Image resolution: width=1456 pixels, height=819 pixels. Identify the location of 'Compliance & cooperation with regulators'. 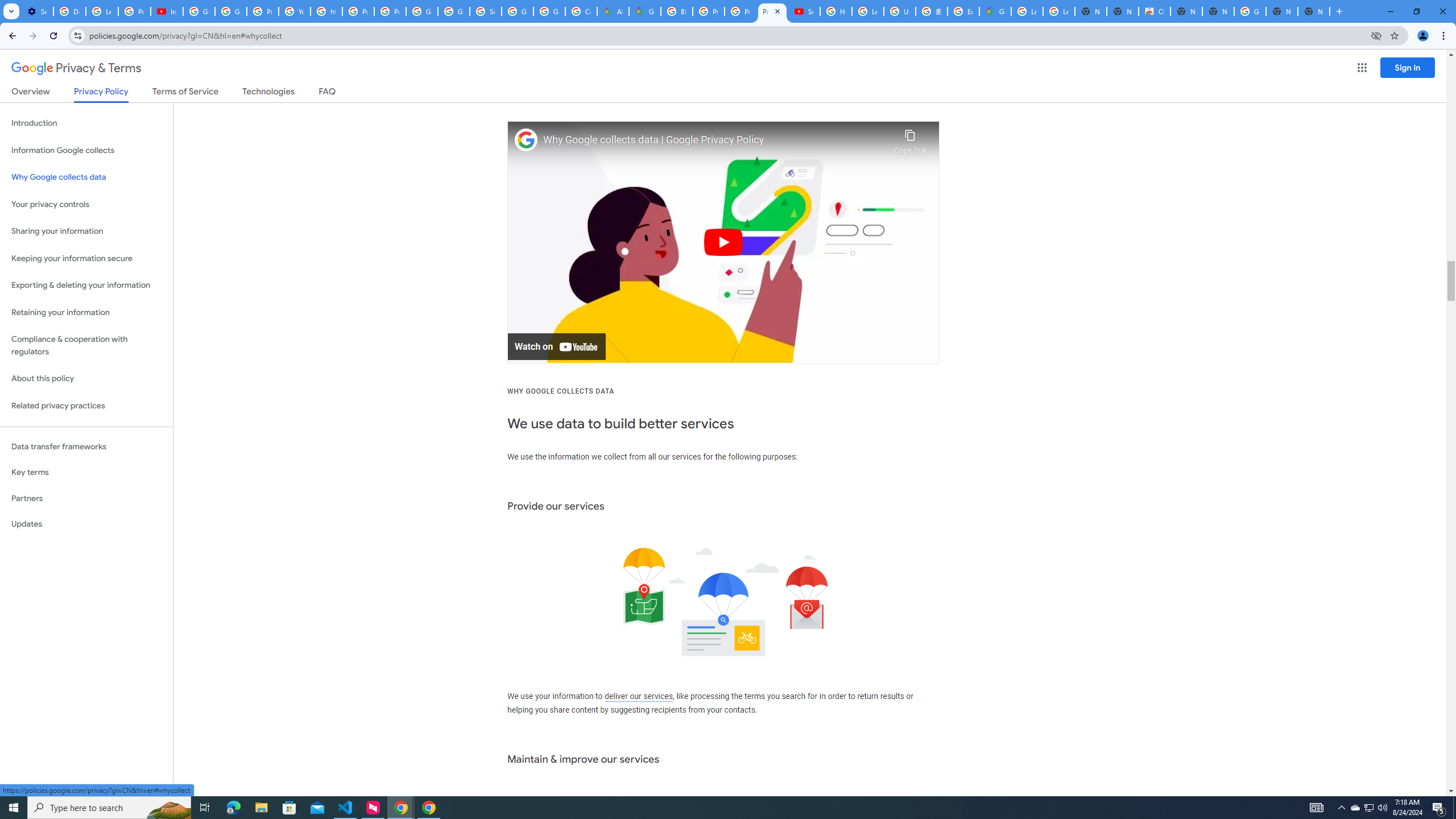
(86, 346).